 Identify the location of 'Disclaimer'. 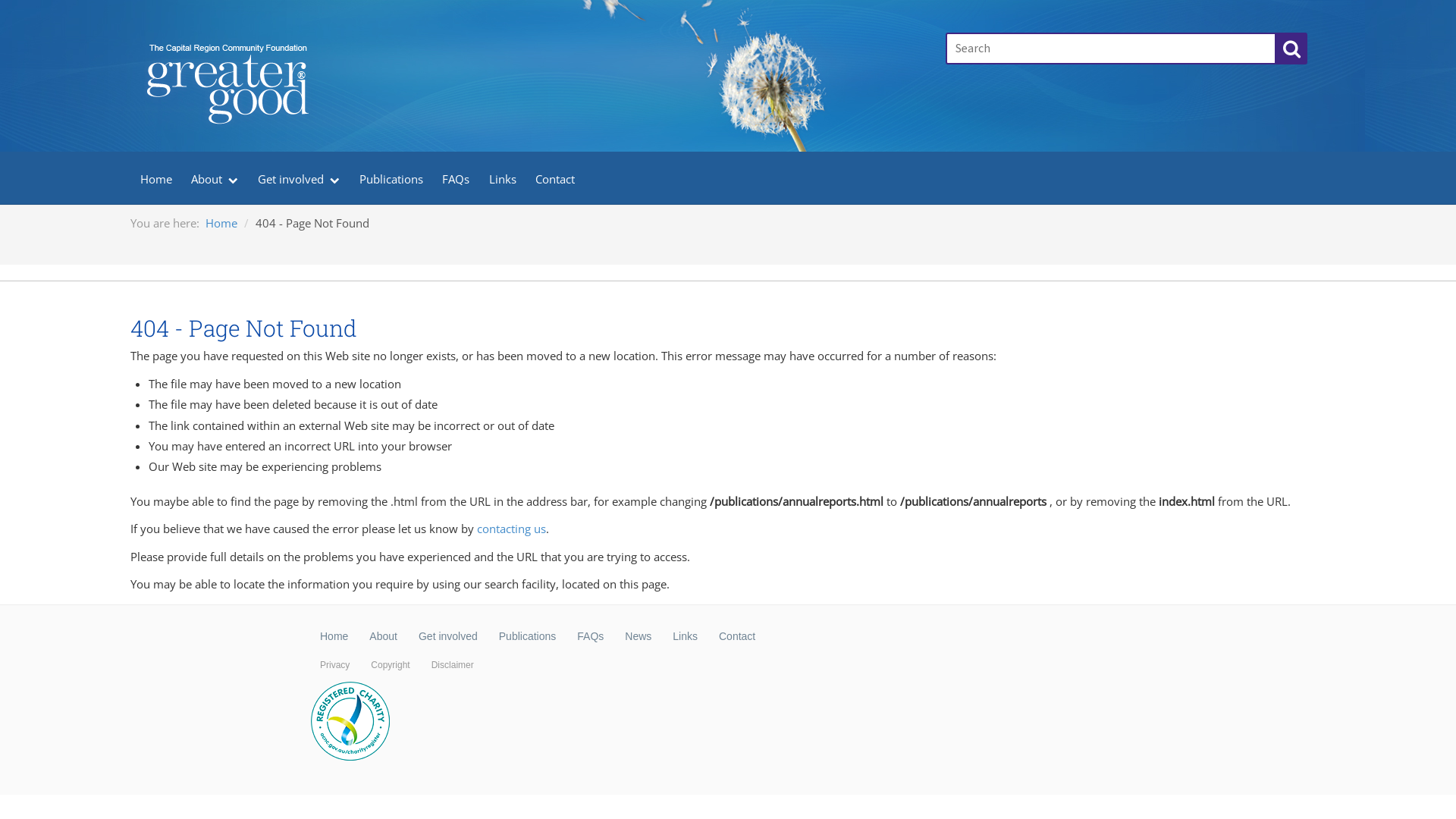
(421, 664).